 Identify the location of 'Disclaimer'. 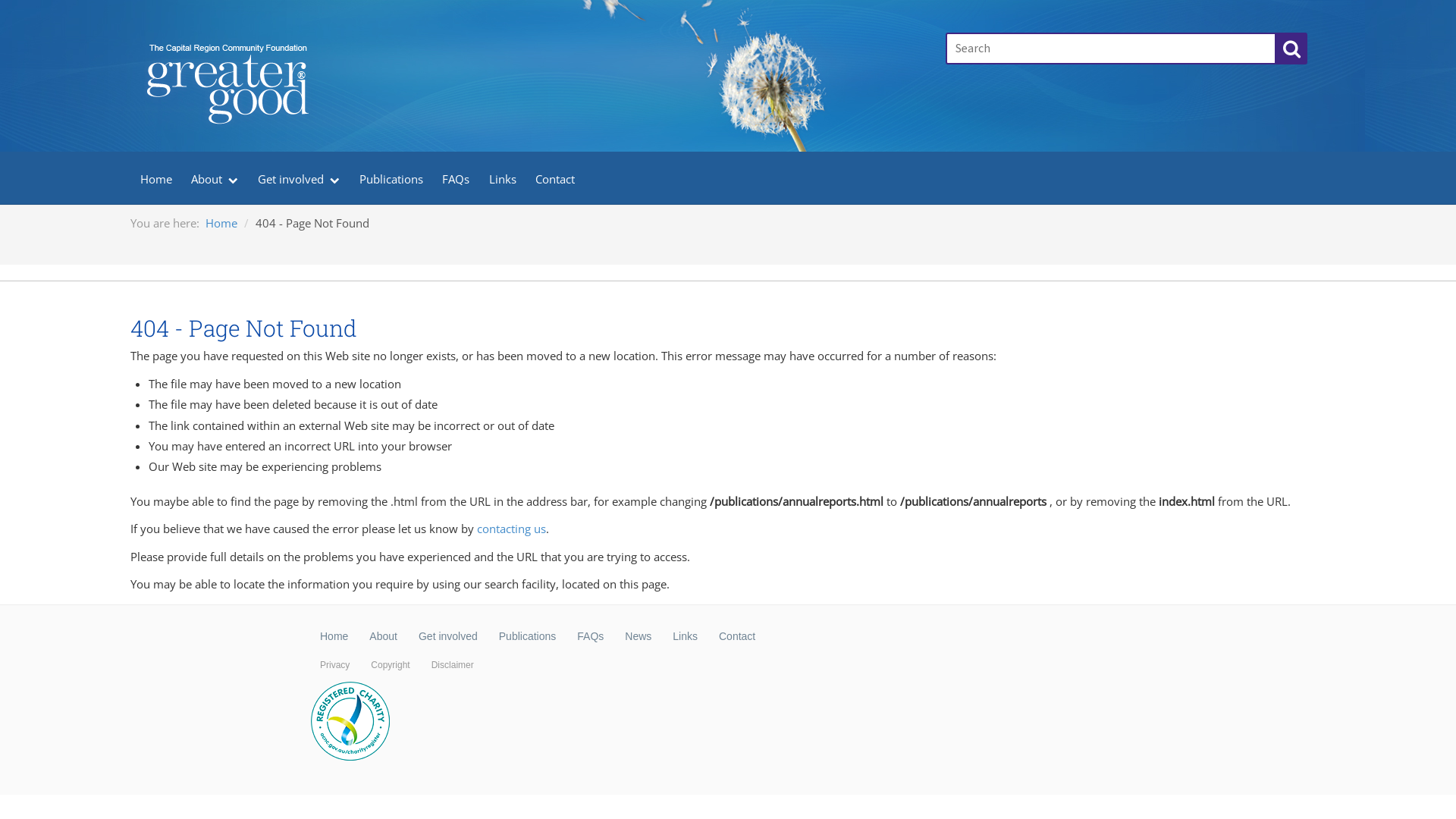
(421, 664).